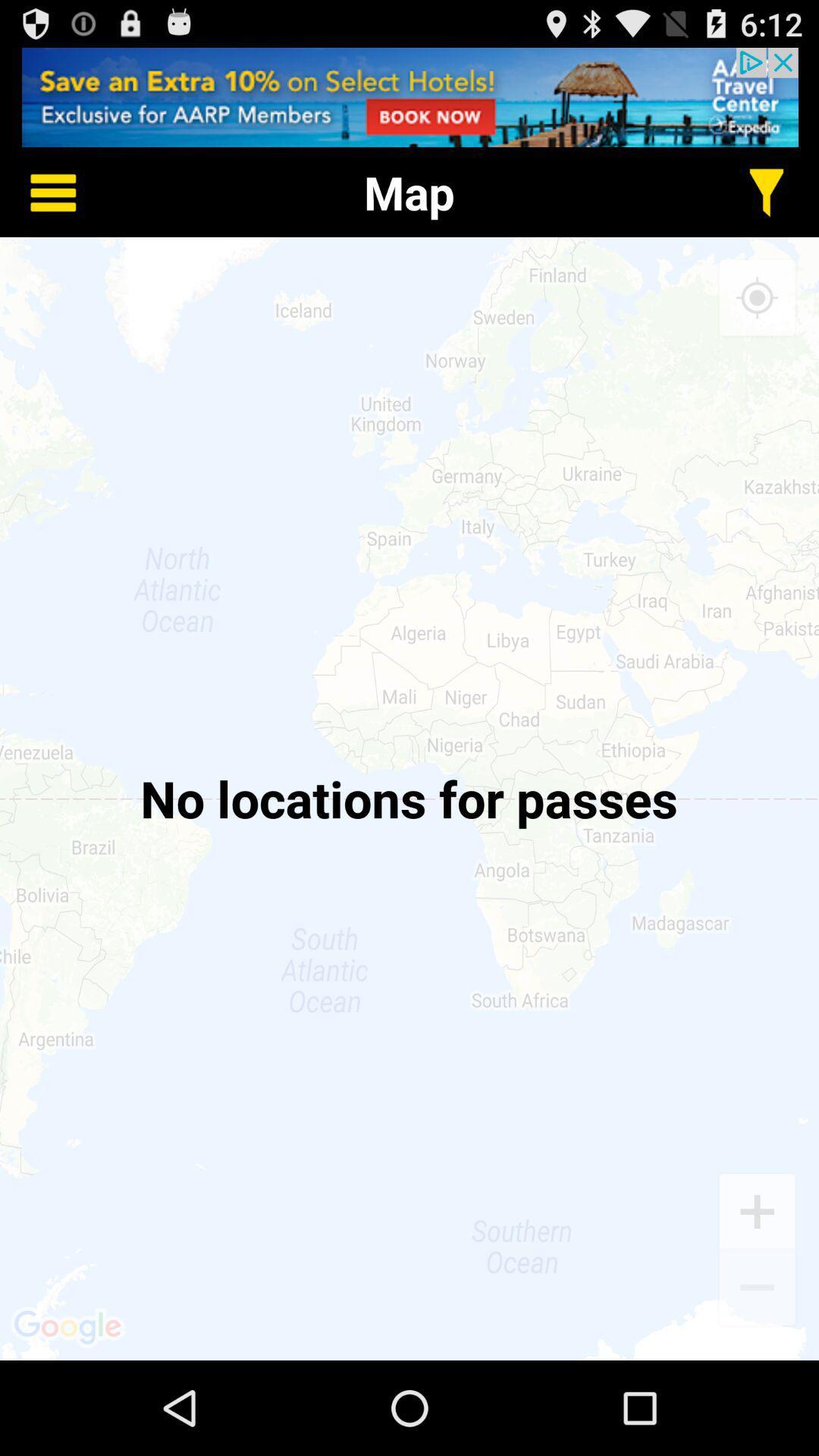 The height and width of the screenshot is (1456, 819). I want to click on options, so click(42, 191).